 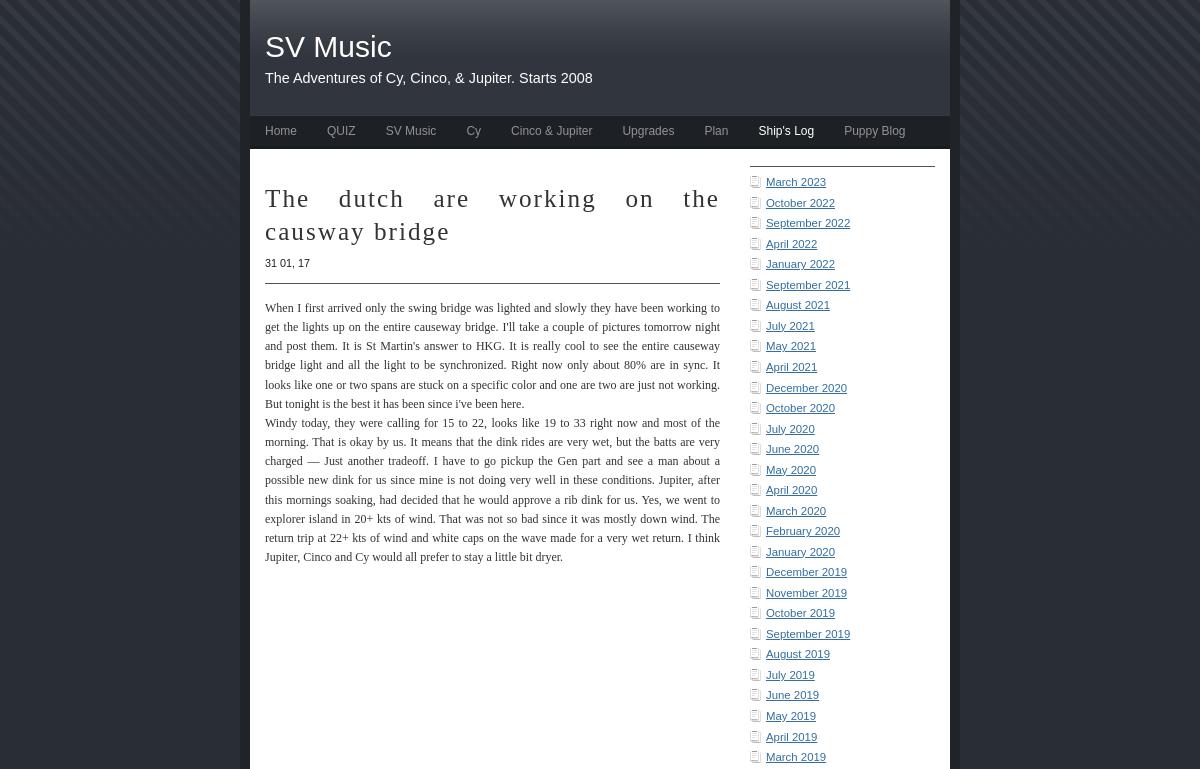 What do you see at coordinates (791, 695) in the screenshot?
I see `'June 2019'` at bounding box center [791, 695].